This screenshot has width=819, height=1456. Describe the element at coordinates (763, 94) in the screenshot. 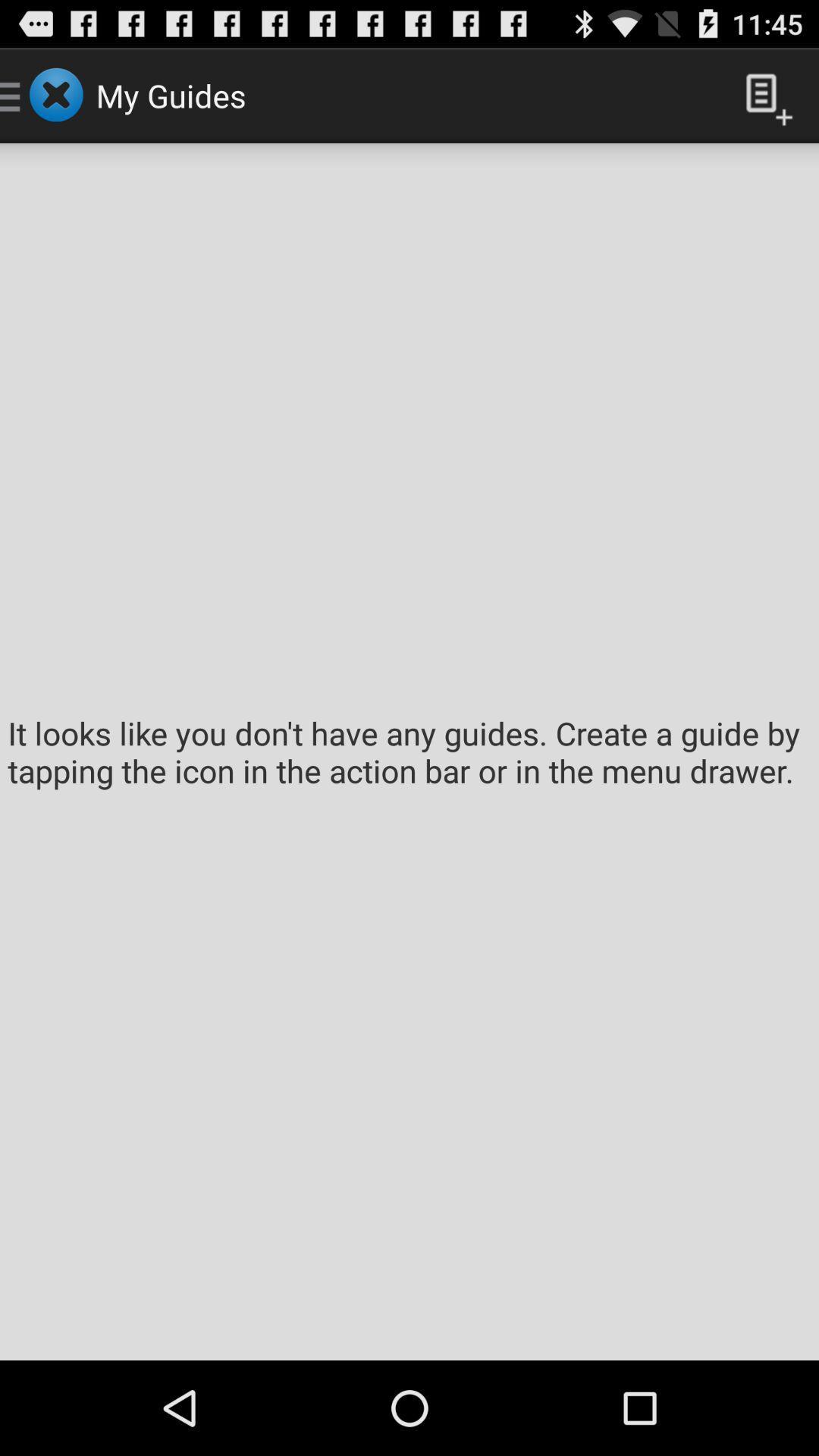

I see `the app next to the my guides app` at that location.